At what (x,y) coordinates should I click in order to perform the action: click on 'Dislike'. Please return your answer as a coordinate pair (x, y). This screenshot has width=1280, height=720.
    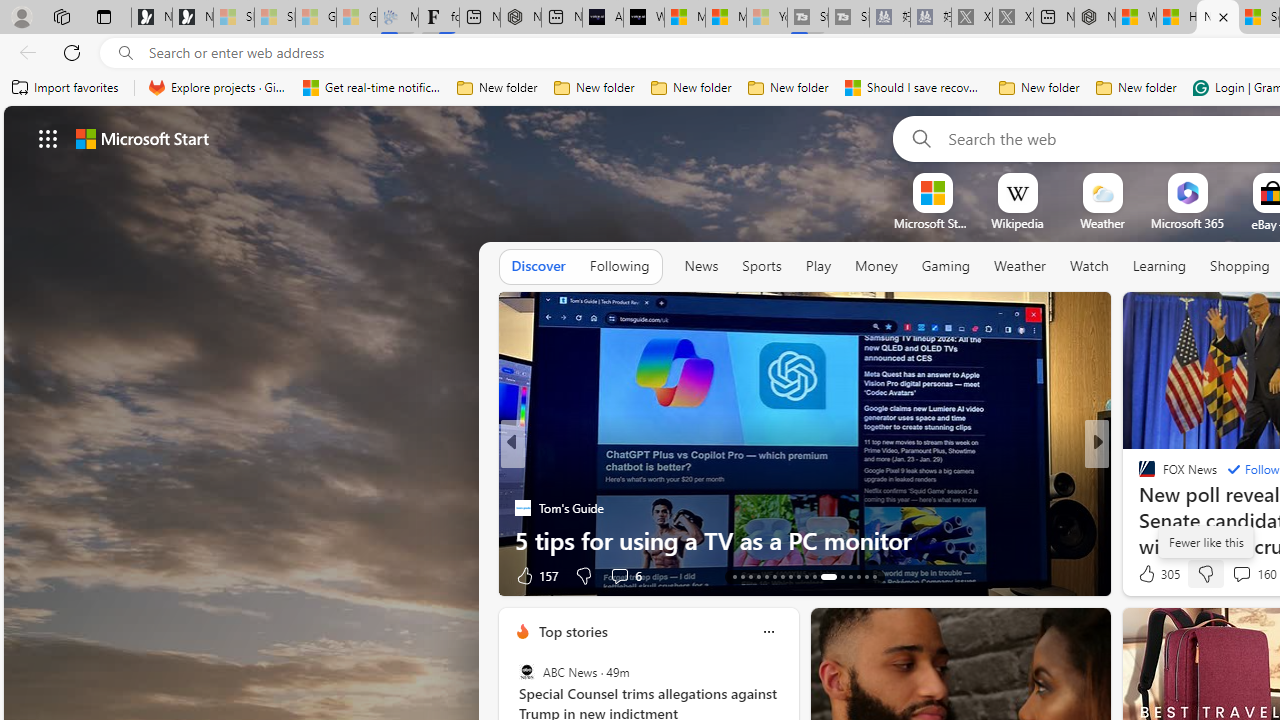
    Looking at the image, I should click on (1204, 574).